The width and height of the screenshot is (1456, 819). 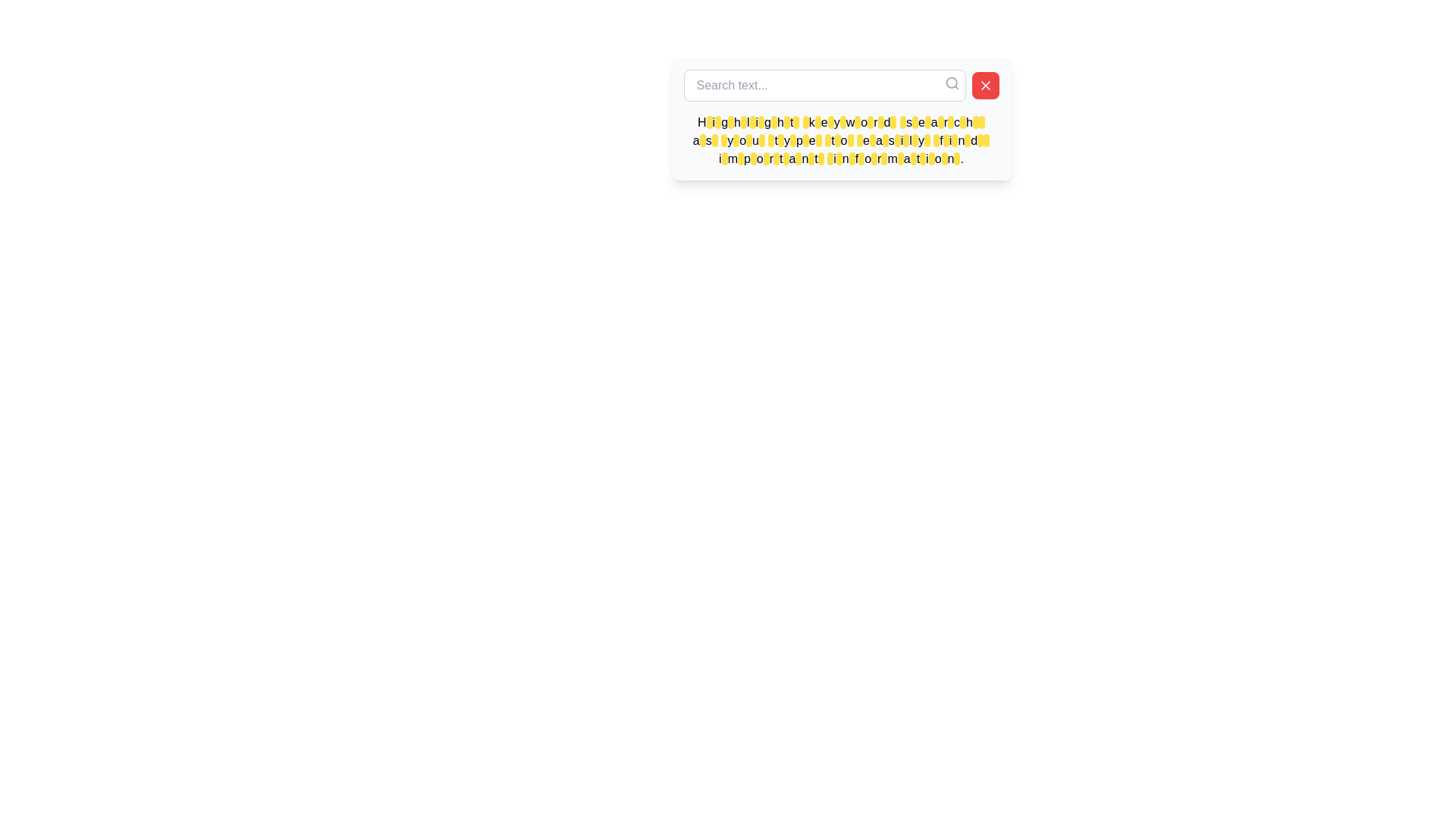 What do you see at coordinates (840, 118) in the screenshot?
I see `the text block that displays contextual information or guidance related to the search functionality, which is positioned directly beneath the search bar` at bounding box center [840, 118].